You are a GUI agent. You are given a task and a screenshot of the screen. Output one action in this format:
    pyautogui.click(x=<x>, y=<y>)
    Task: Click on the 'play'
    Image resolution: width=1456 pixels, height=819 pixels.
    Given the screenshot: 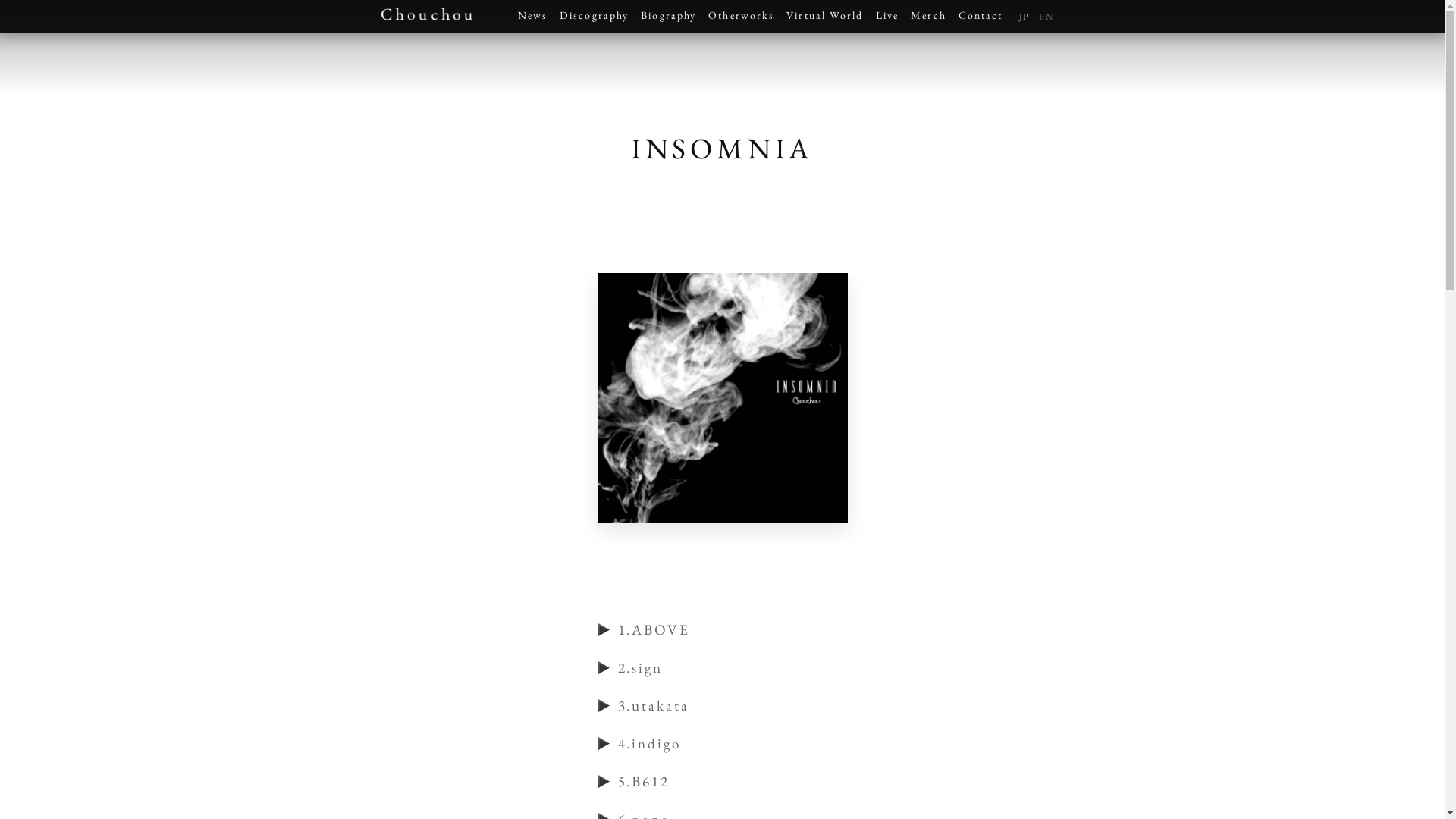 What is the action you would take?
    pyautogui.click(x=604, y=705)
    